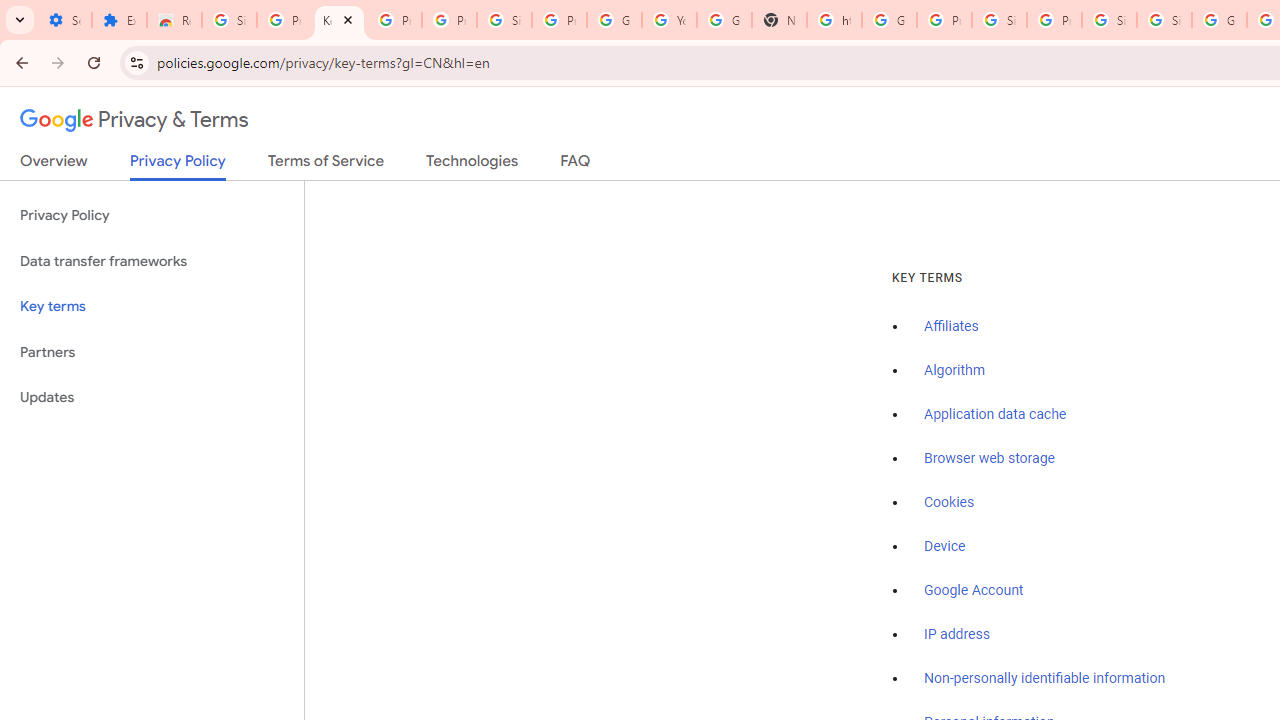 The width and height of the screenshot is (1280, 720). What do you see at coordinates (974, 589) in the screenshot?
I see `'Google Account'` at bounding box center [974, 589].